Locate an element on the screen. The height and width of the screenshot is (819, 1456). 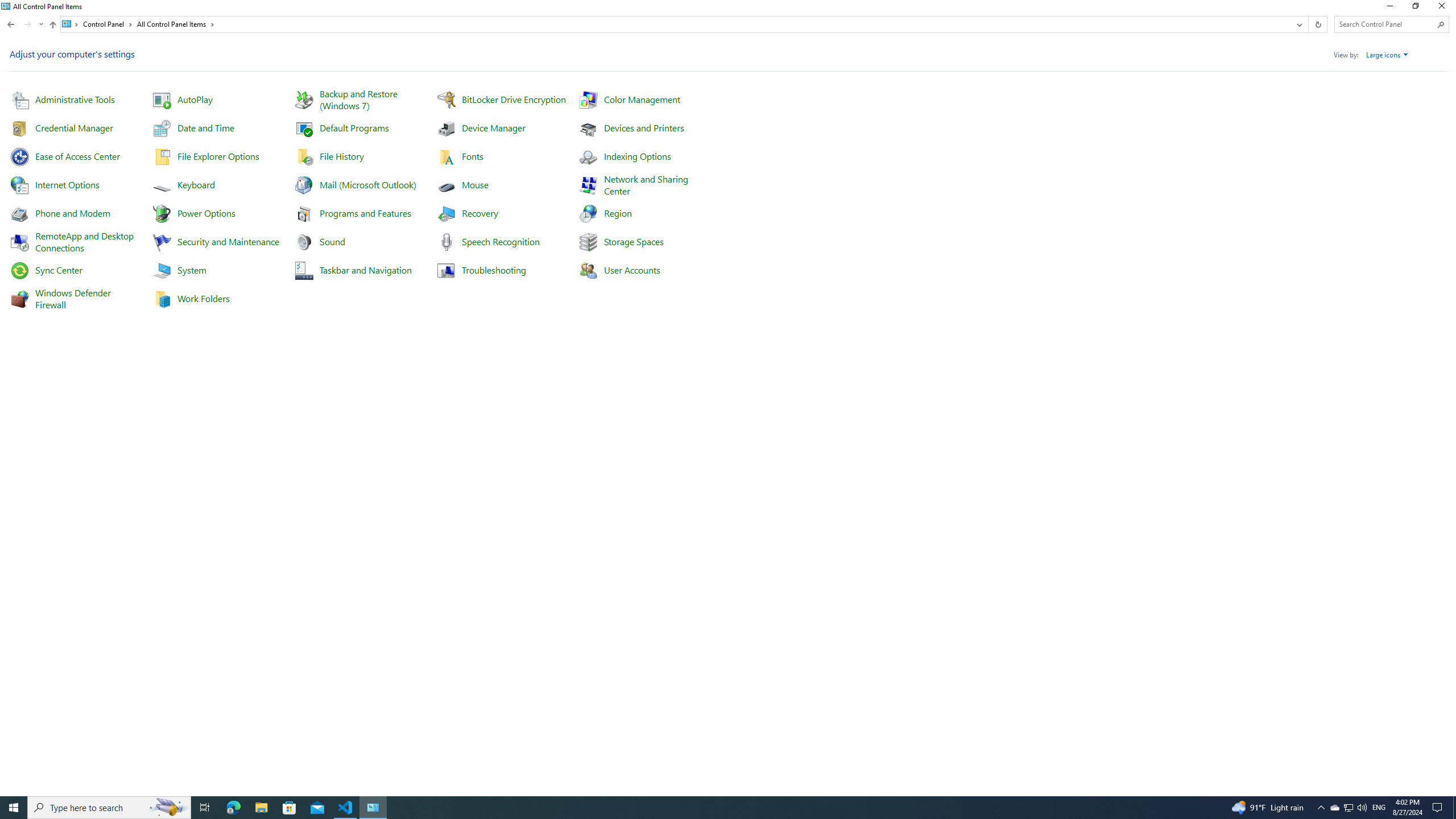
'File History' is located at coordinates (341, 155).